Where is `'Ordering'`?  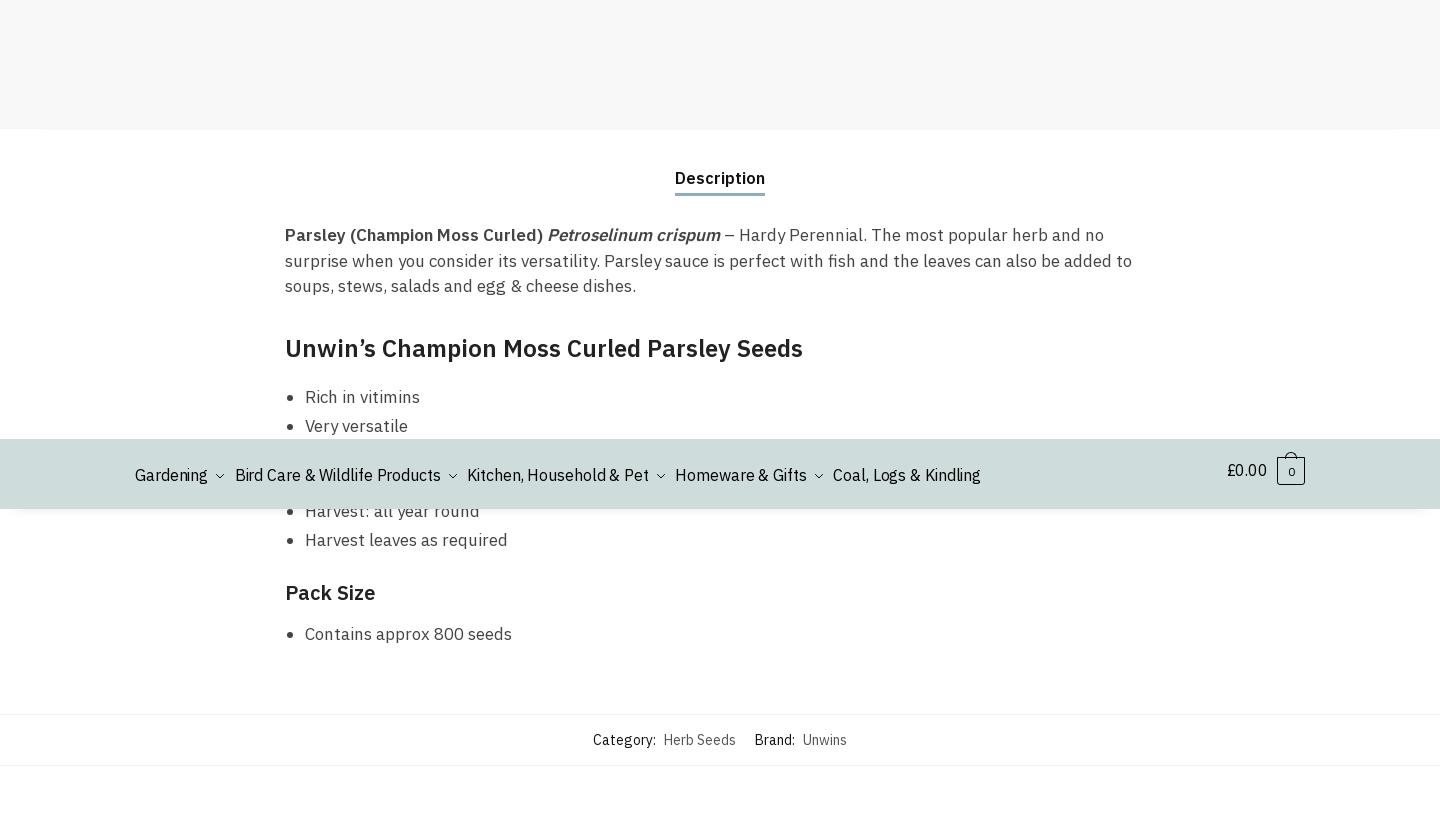 'Ordering' is located at coordinates (975, 101).